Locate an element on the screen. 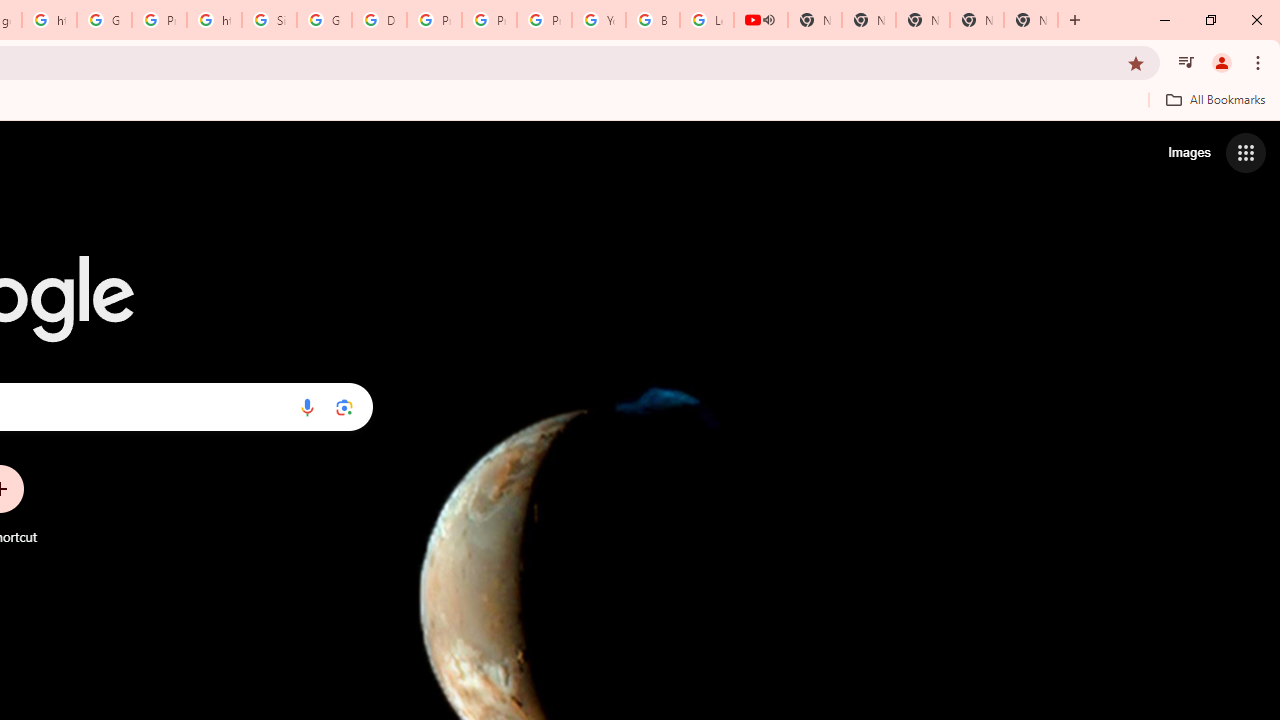 This screenshot has width=1280, height=720. 'YouTube' is located at coordinates (598, 20).